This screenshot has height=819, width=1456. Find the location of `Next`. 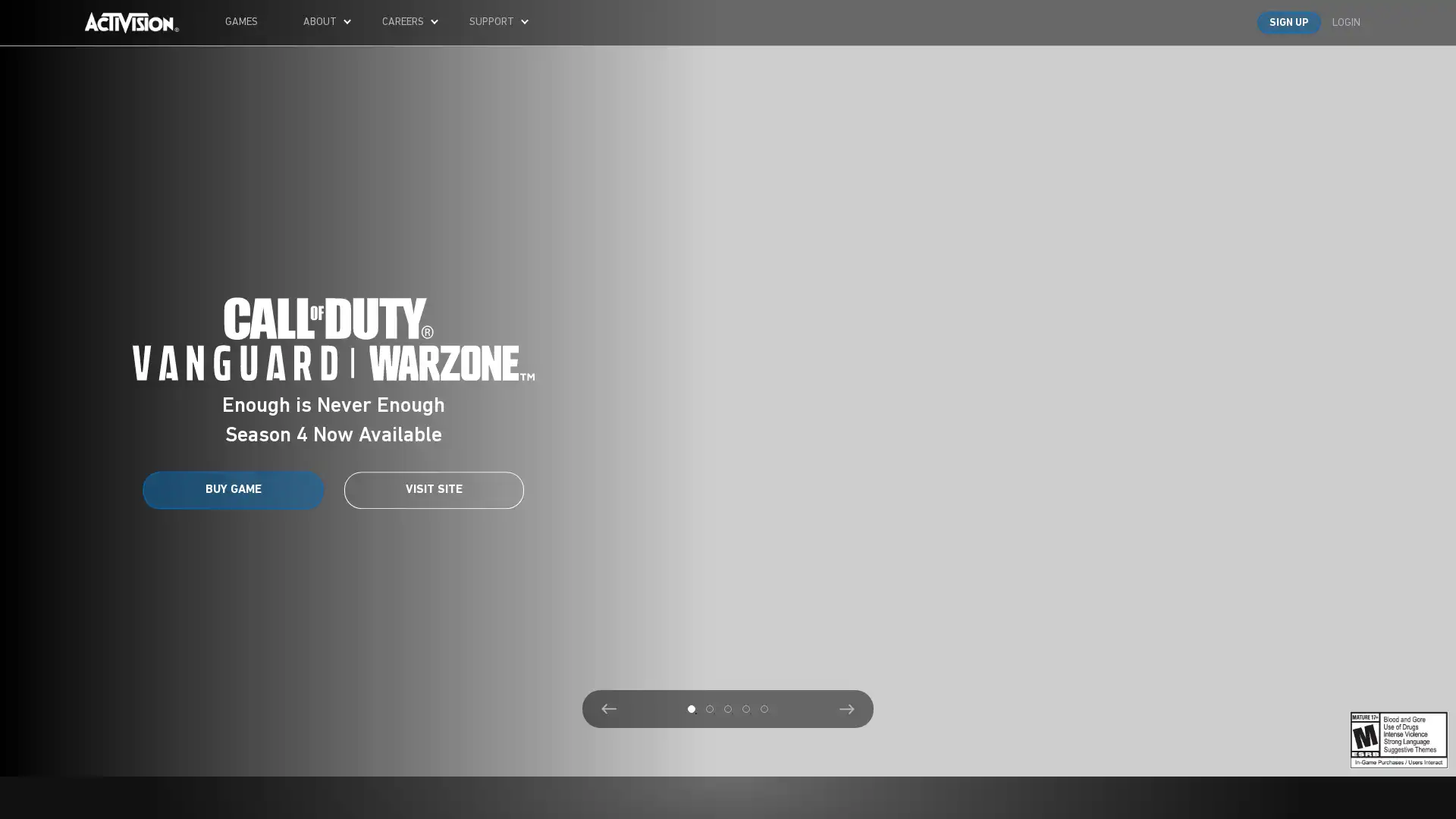

Next is located at coordinates (846, 708).